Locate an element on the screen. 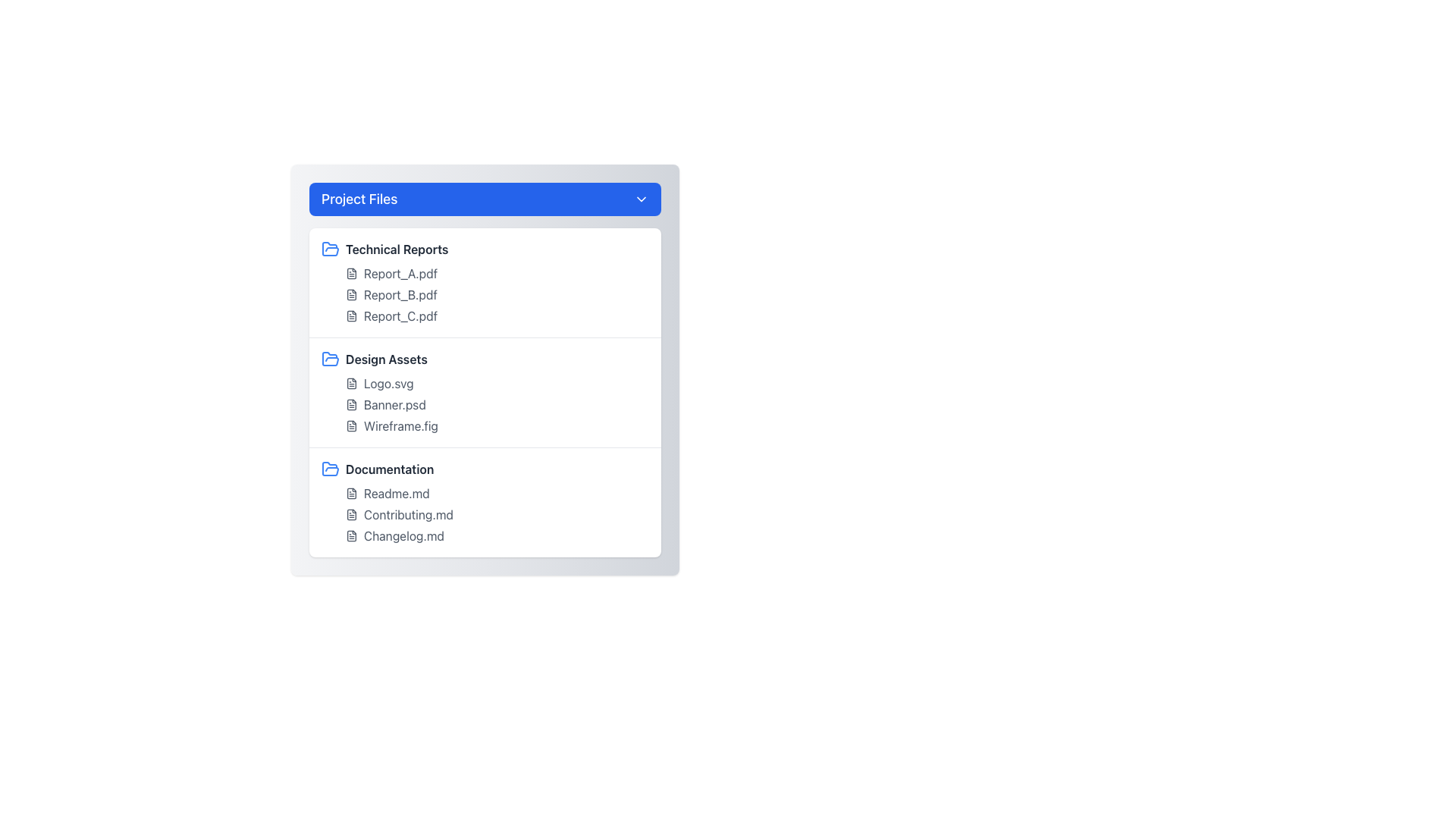  the icon resembling a stylized document file located in the 'Design Assets' section of the file browser, next to 'Logo.svg' is located at coordinates (351, 382).